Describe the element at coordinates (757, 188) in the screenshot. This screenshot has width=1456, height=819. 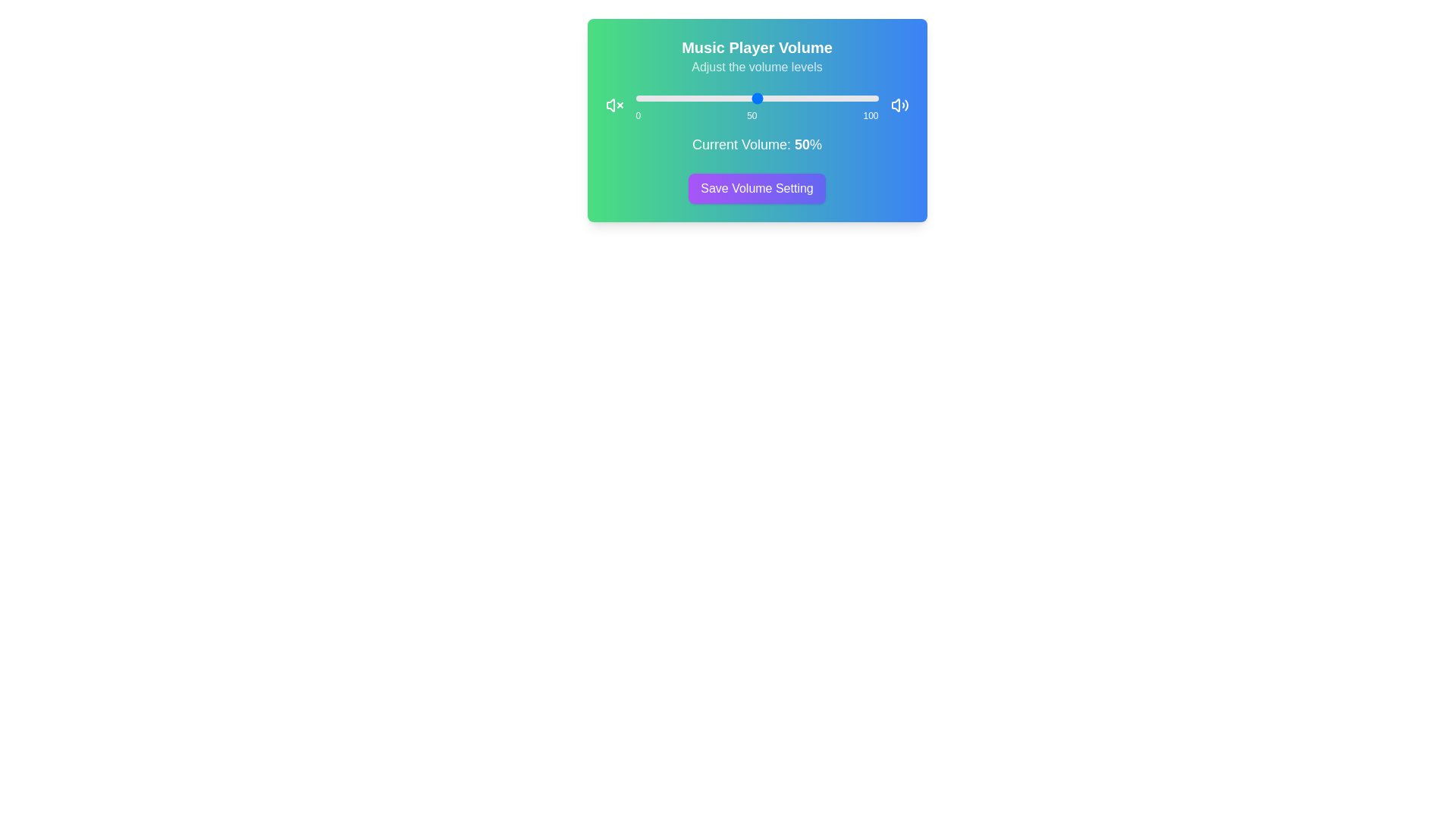
I see `the 'Save Volume Setting' button to confirm the volume setting` at that location.